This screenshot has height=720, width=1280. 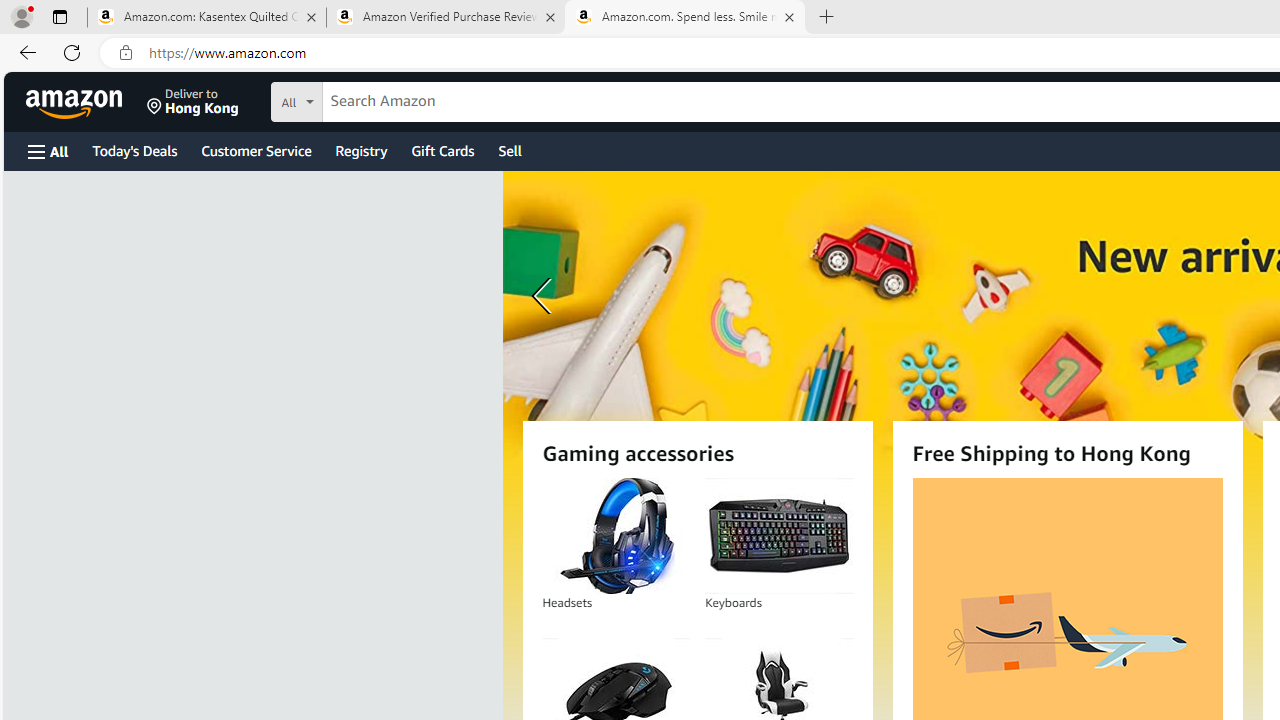 What do you see at coordinates (777, 535) in the screenshot?
I see `'Keyboards'` at bounding box center [777, 535].